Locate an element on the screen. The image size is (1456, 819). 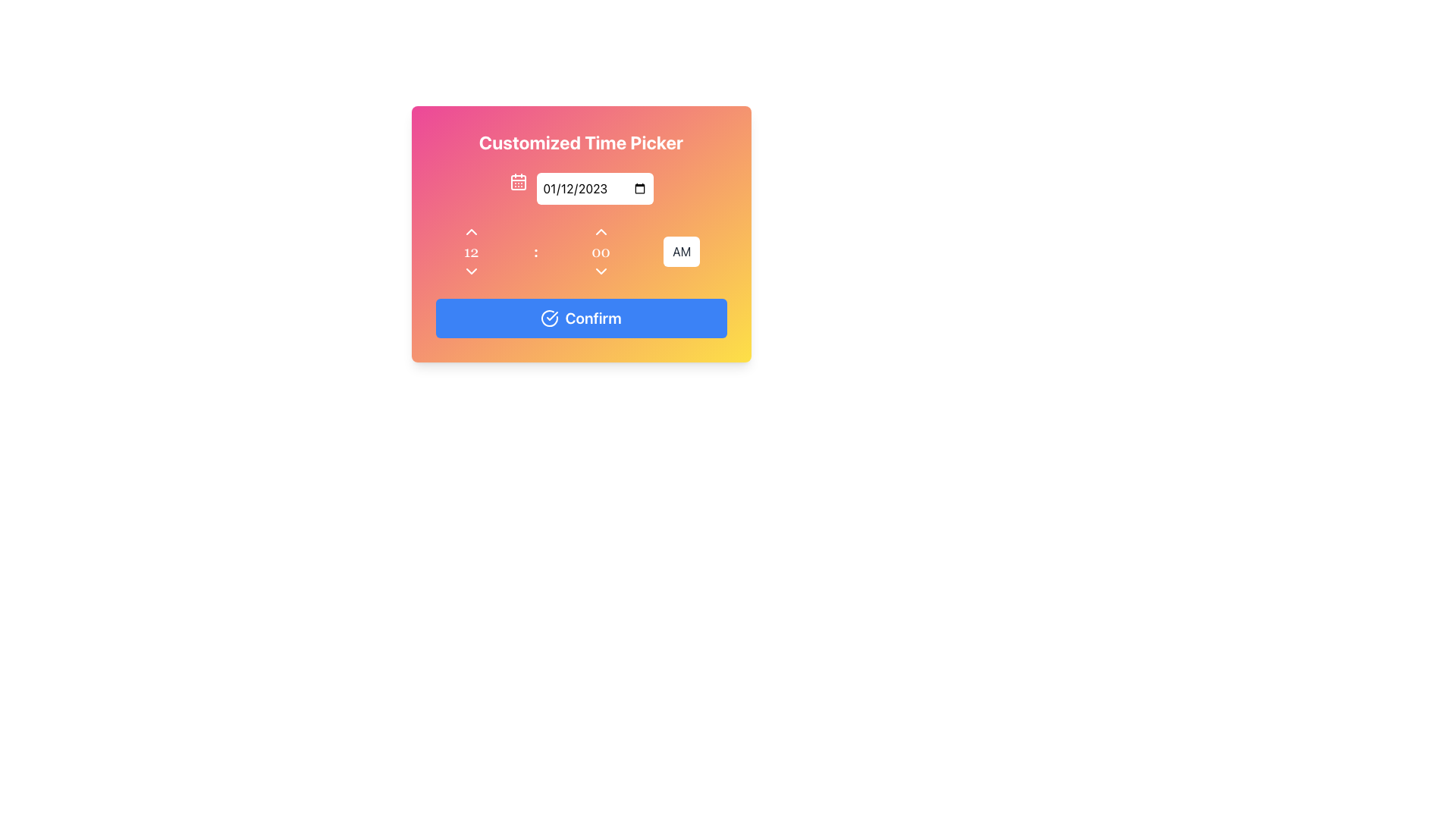
the dropdown indicator icon located at the center-right of the time picker component is located at coordinates (600, 271).